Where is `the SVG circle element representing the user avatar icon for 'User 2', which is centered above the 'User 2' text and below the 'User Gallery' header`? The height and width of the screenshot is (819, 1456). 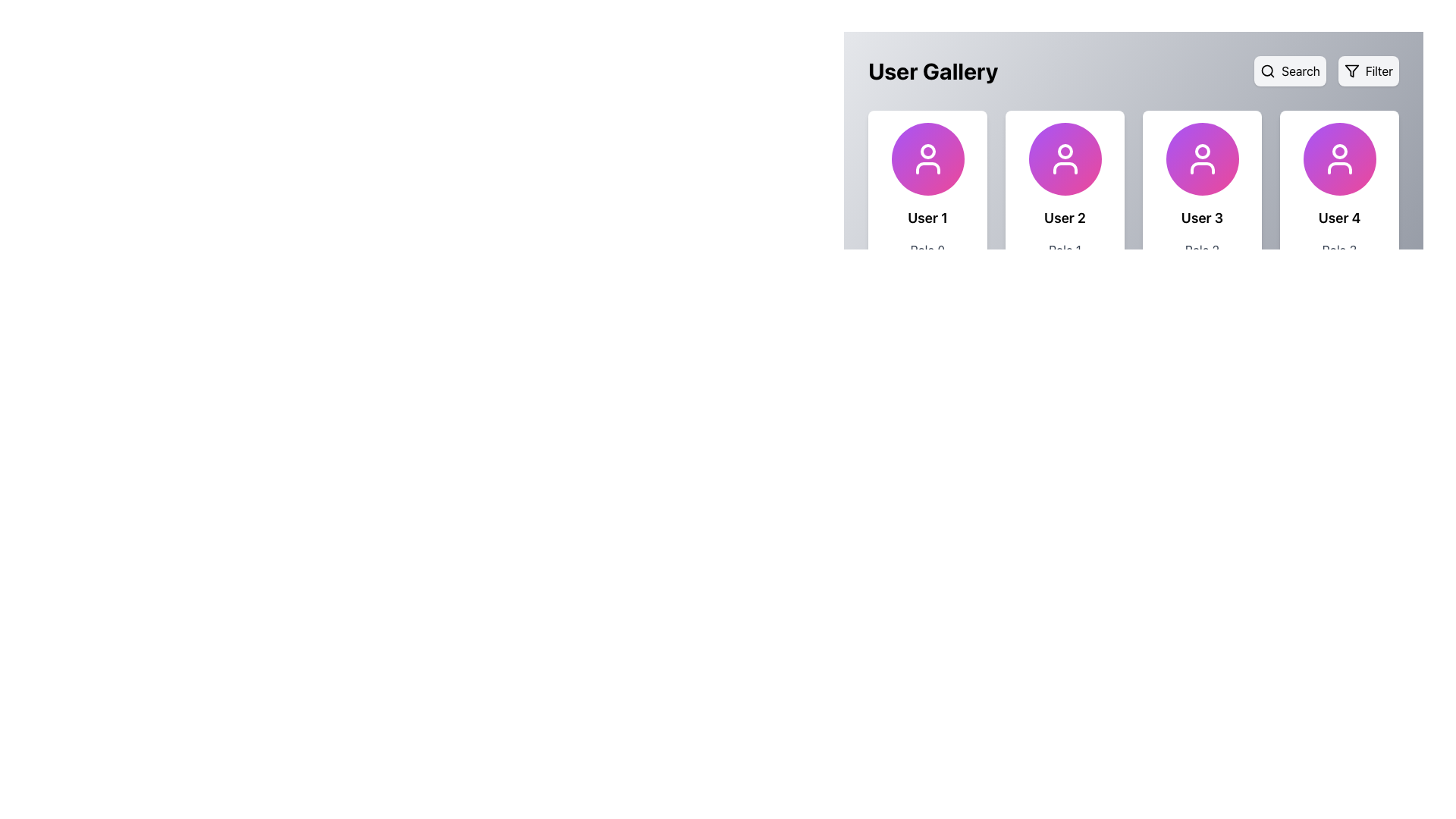 the SVG circle element representing the user avatar icon for 'User 2', which is centered above the 'User 2' text and below the 'User Gallery' header is located at coordinates (1064, 152).